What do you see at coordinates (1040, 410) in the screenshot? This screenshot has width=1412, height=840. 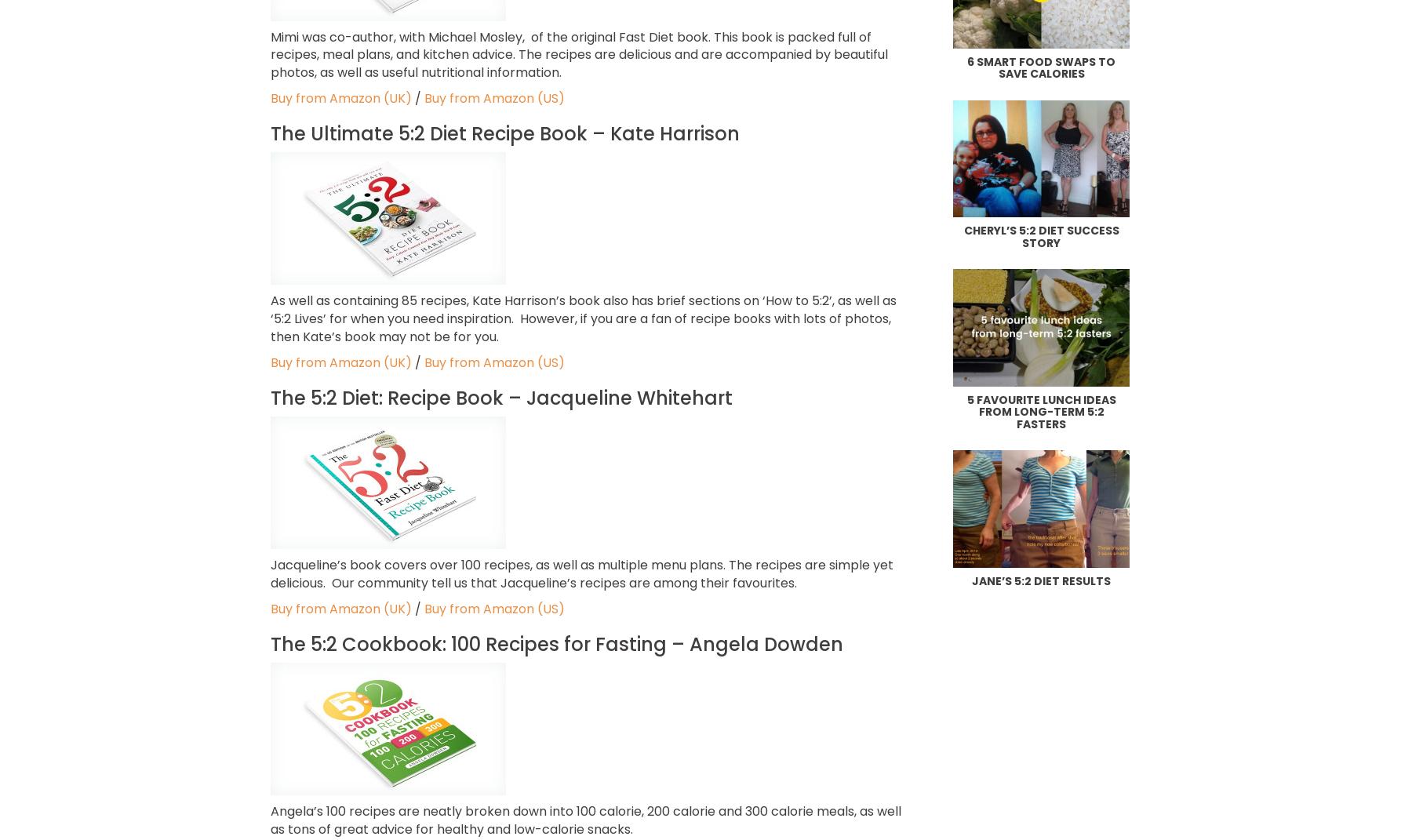 I see `'5 favourite lunch ideas from long-term 5:2 fasters'` at bounding box center [1040, 410].